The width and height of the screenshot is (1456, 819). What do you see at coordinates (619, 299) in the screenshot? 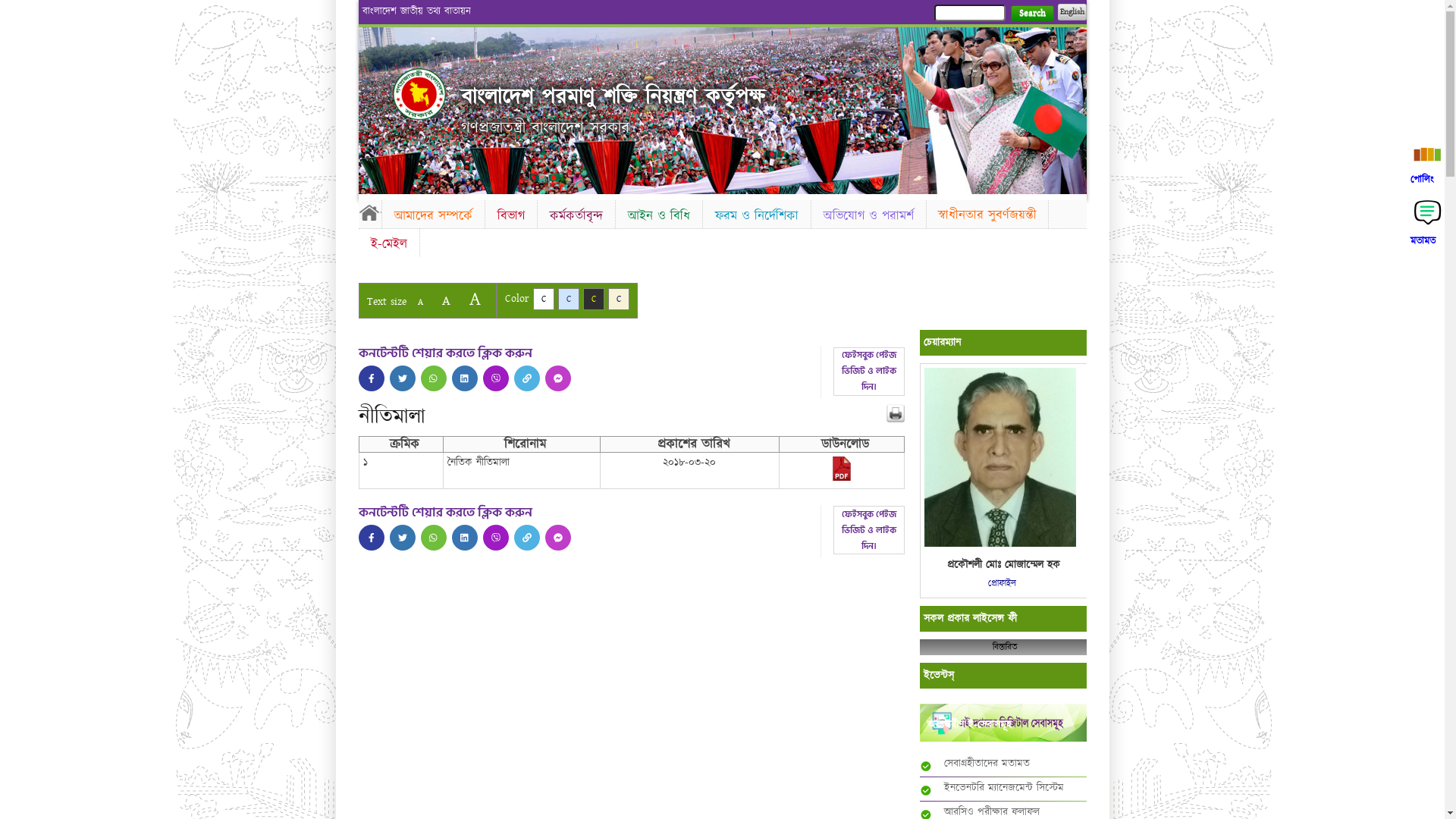
I see `'C'` at bounding box center [619, 299].